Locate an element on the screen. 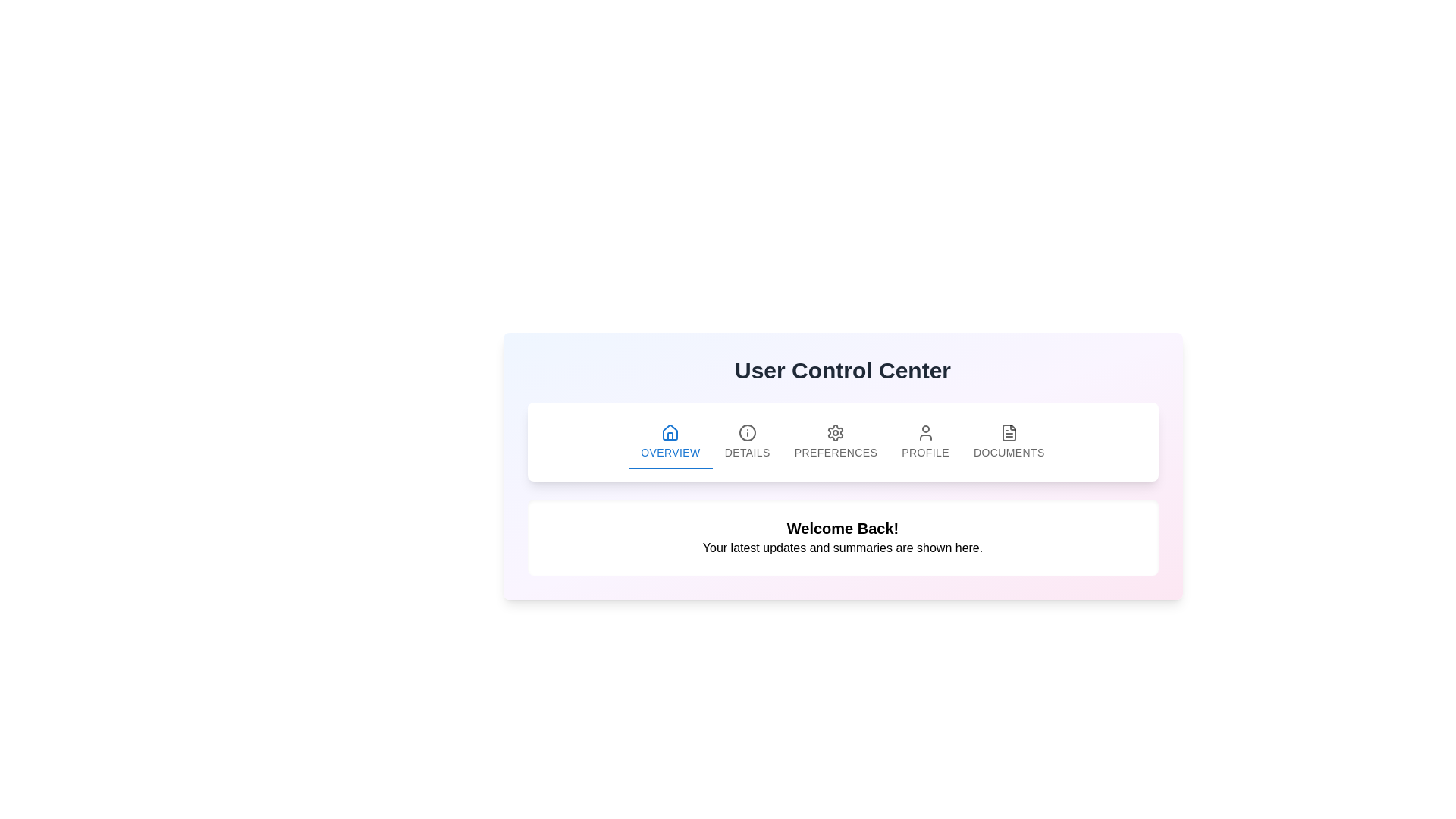 This screenshot has height=819, width=1456. the user outline icon within the 'Profile' tab, which is the fourth item in the navigation bar, centered above the label 'PROFILE' is located at coordinates (924, 433).